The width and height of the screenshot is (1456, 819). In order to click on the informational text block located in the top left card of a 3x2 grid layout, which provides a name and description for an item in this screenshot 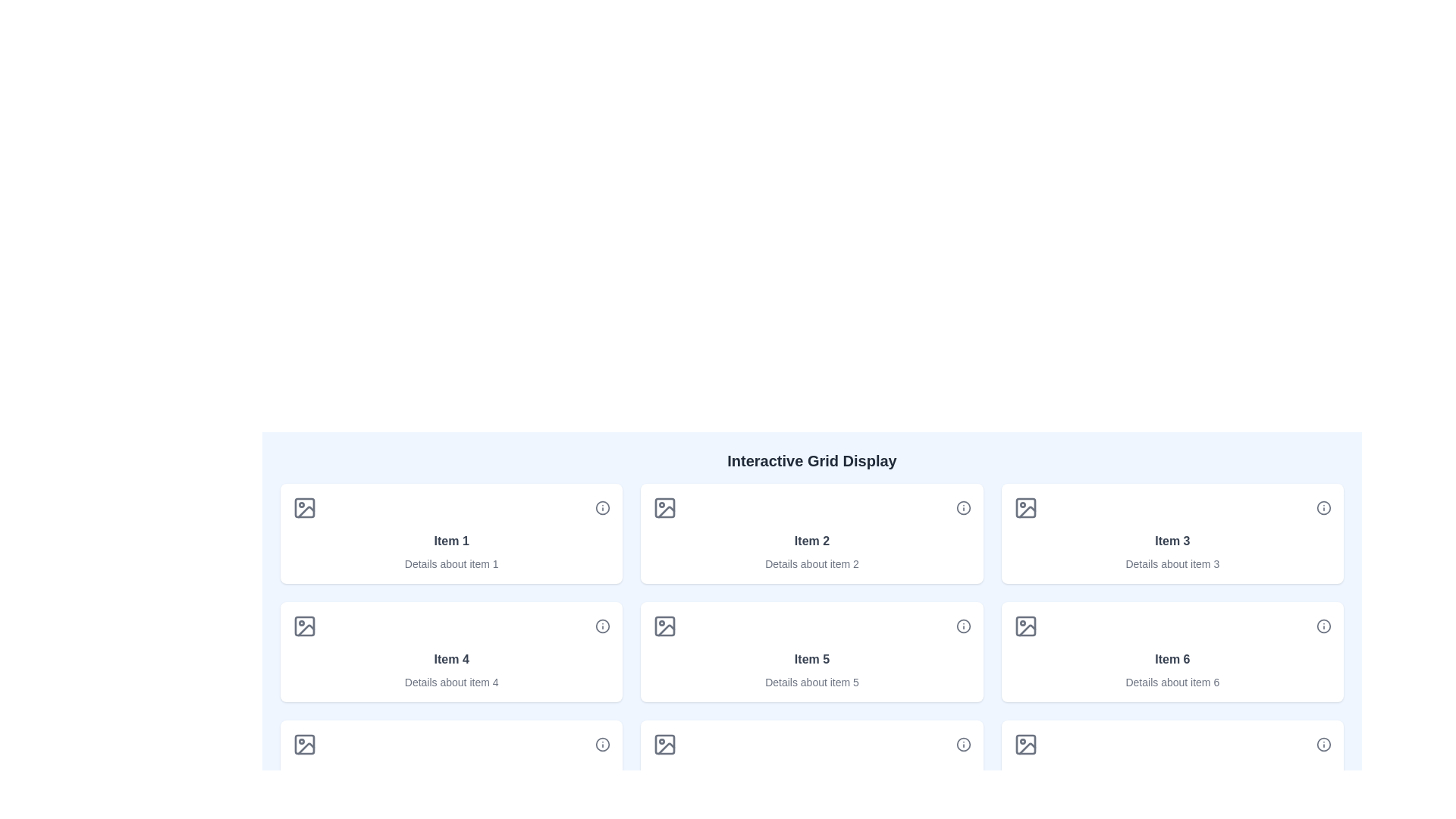, I will do `click(450, 552)`.